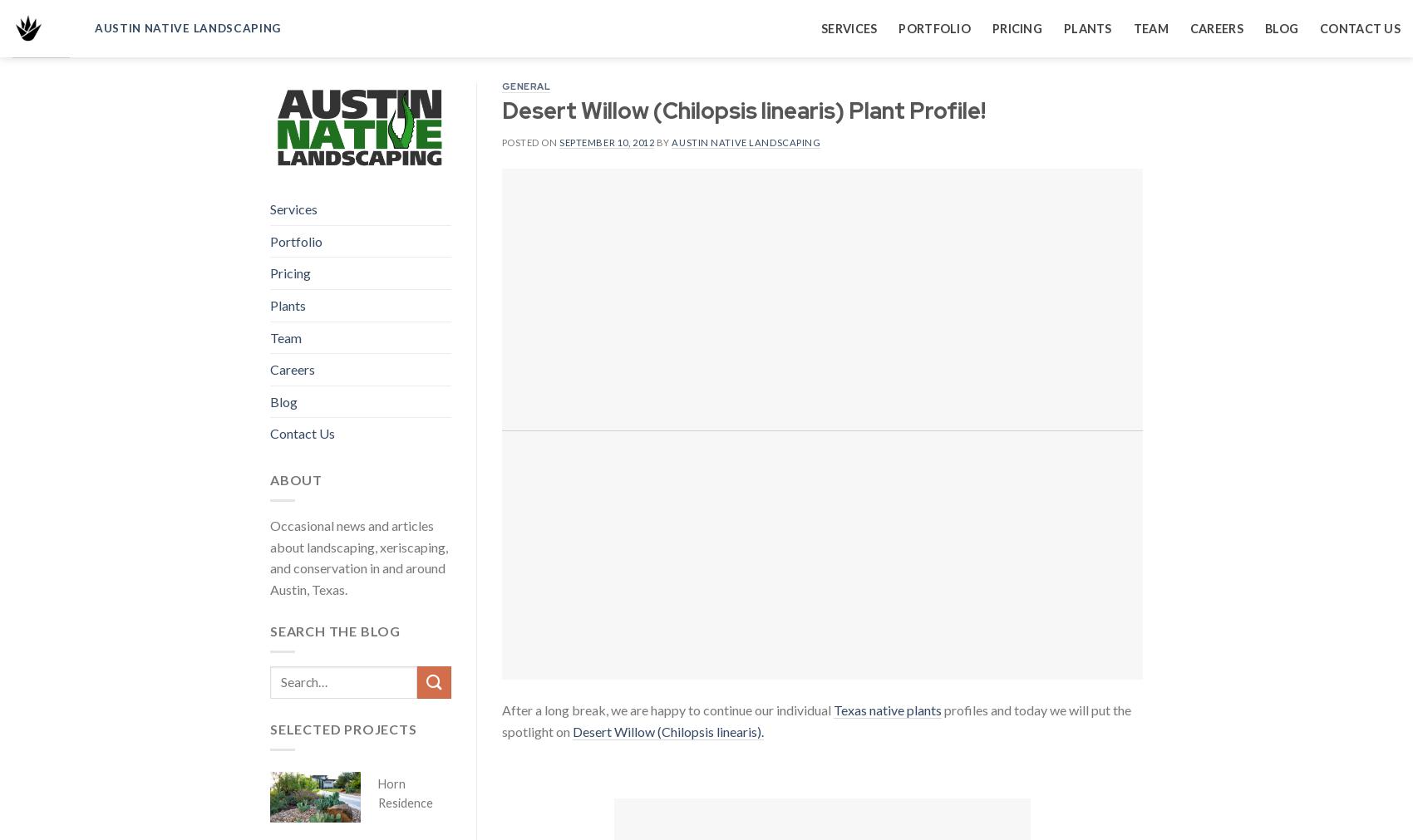  Describe the element at coordinates (886, 710) in the screenshot. I see `'Texas native plants'` at that location.